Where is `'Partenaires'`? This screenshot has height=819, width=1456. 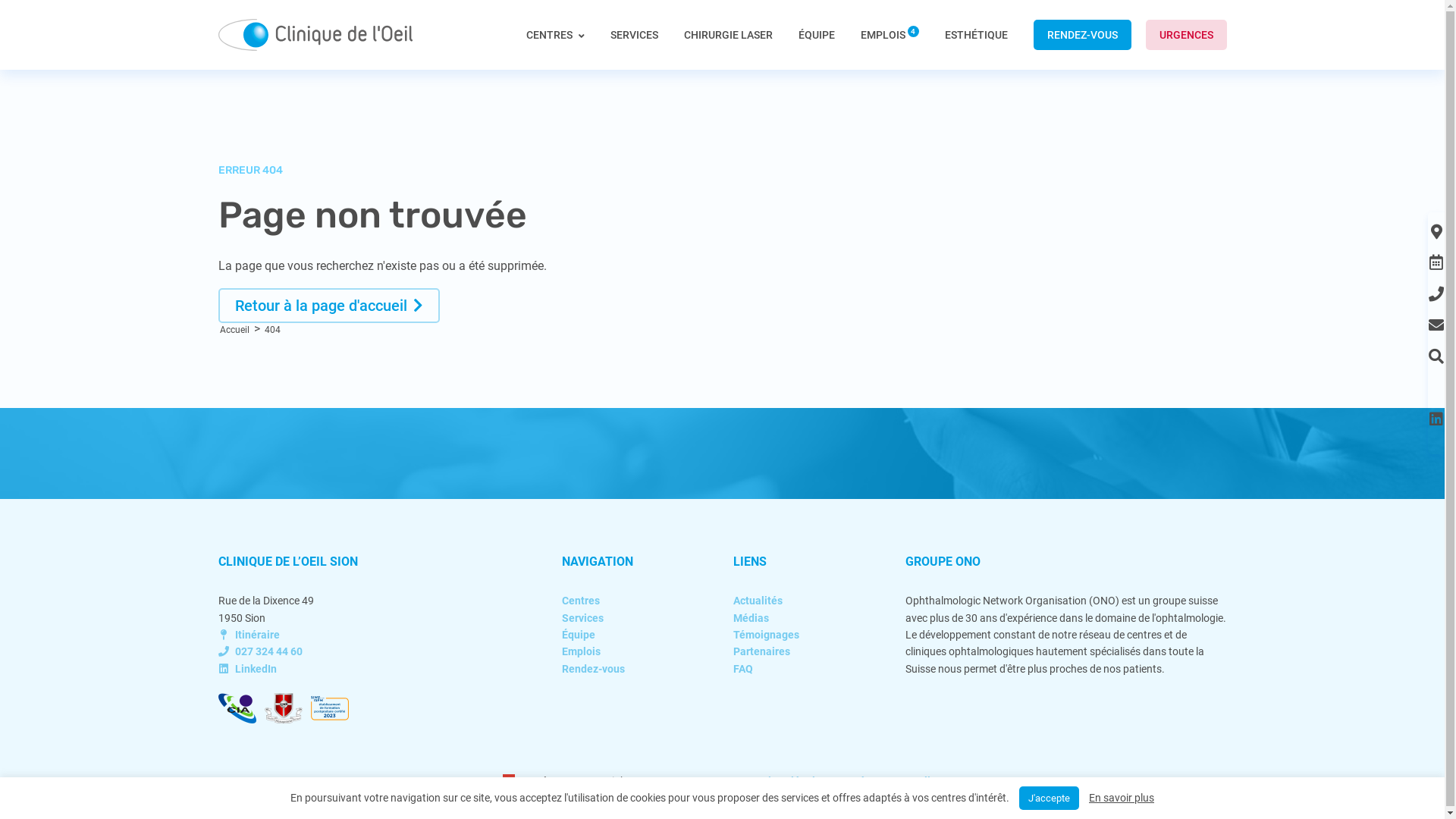
'Partenaires' is located at coordinates (761, 651).